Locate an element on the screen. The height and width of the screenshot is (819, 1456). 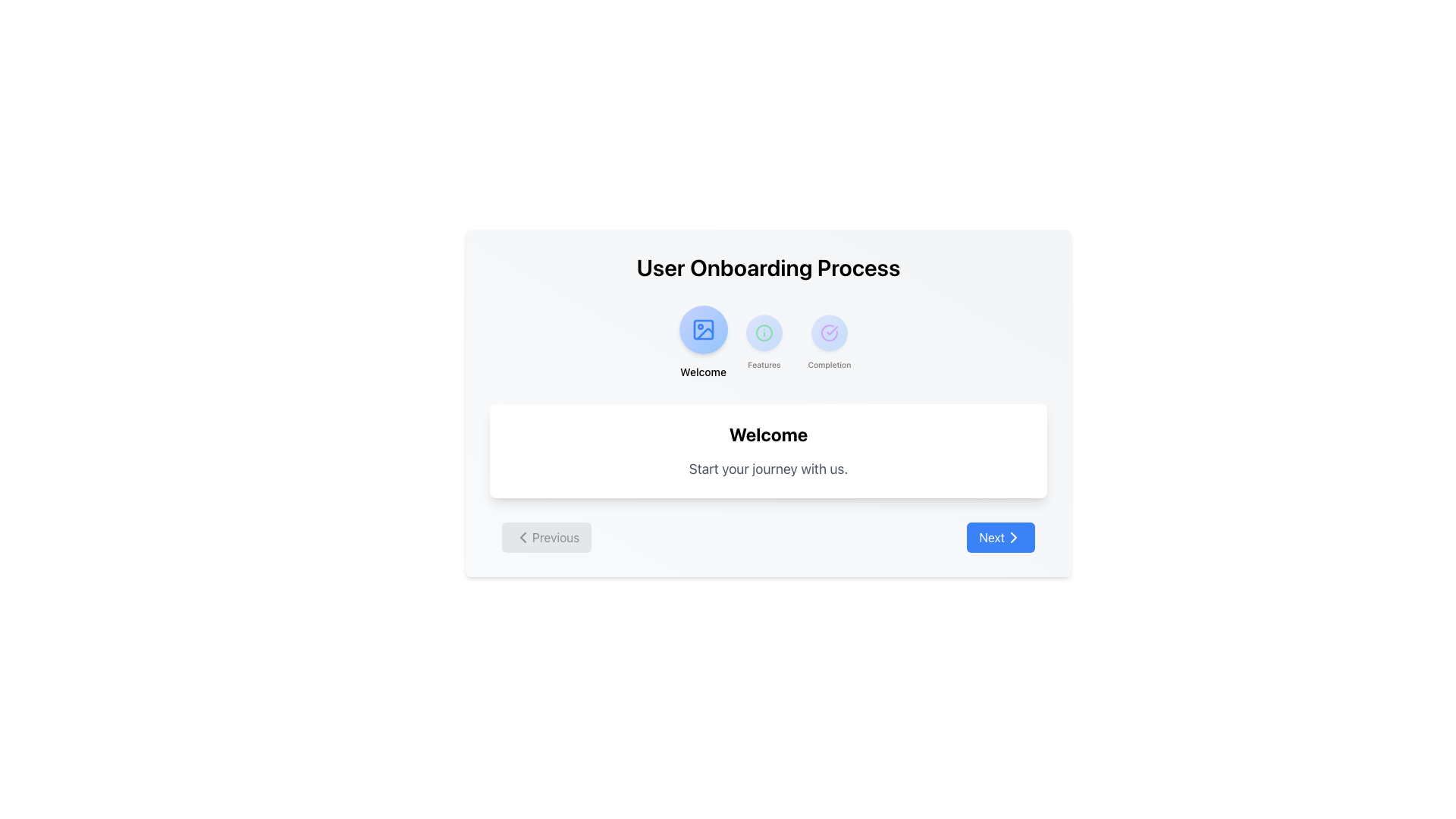
the 'Features' icon in the user onboarding process is located at coordinates (764, 332).